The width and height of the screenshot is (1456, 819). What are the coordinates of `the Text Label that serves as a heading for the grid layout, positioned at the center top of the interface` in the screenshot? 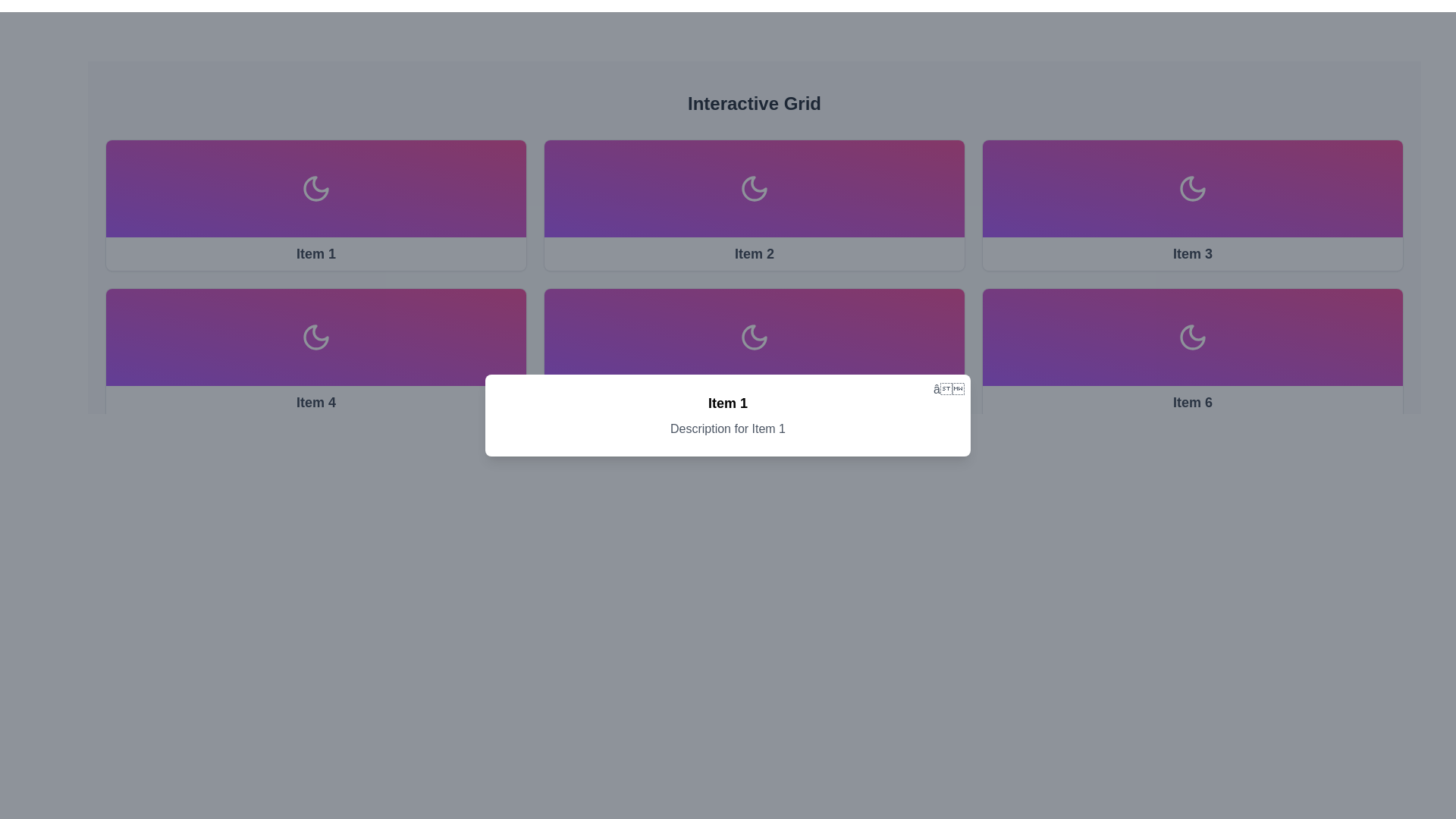 It's located at (754, 103).